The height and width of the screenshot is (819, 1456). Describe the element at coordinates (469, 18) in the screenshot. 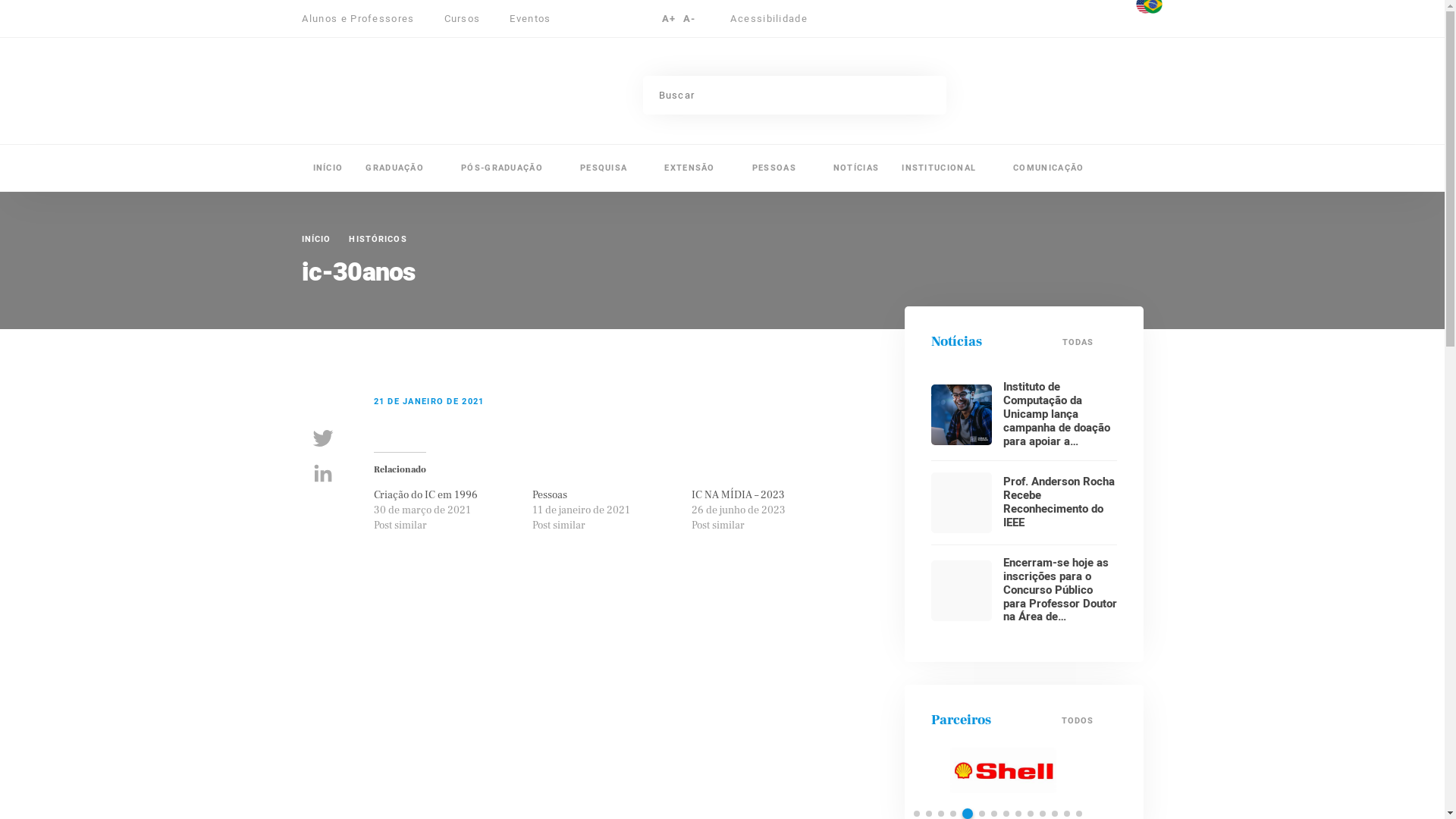

I see `'Cursos'` at that location.